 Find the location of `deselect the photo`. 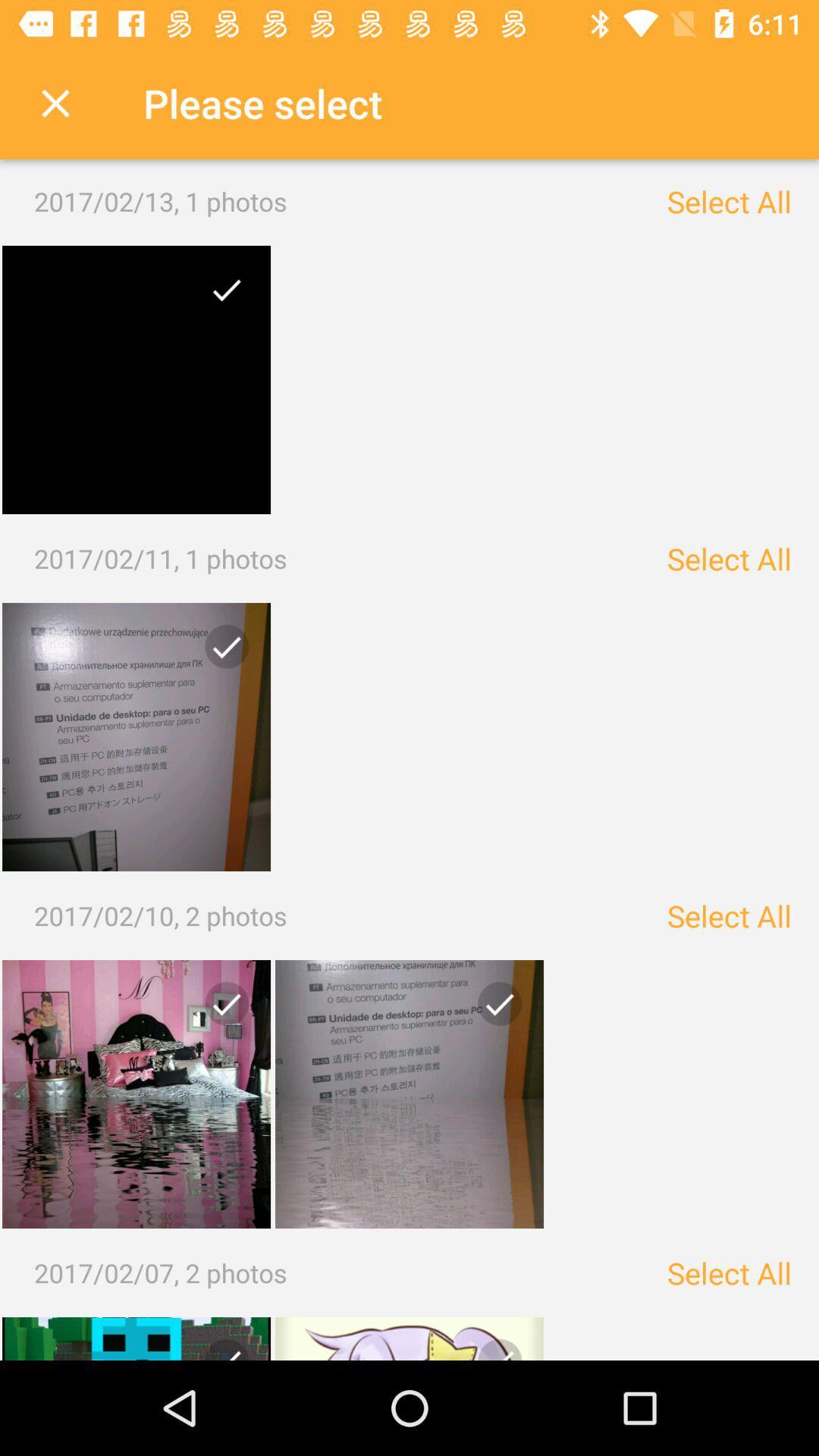

deselect the photo is located at coordinates (136, 1094).